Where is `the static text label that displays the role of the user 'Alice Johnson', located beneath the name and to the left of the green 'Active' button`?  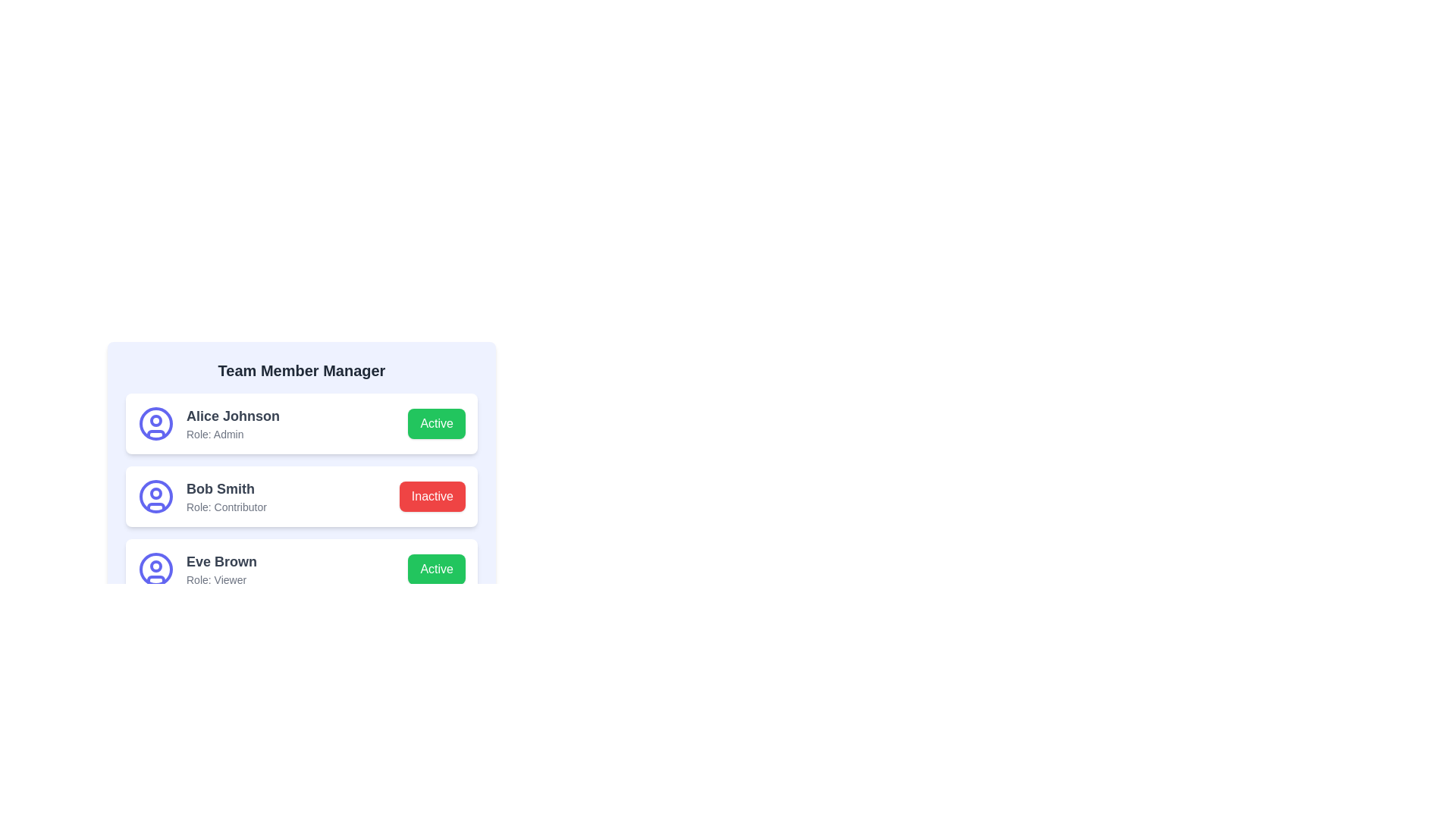
the static text label that displays the role of the user 'Alice Johnson', located beneath the name and to the left of the green 'Active' button is located at coordinates (232, 435).